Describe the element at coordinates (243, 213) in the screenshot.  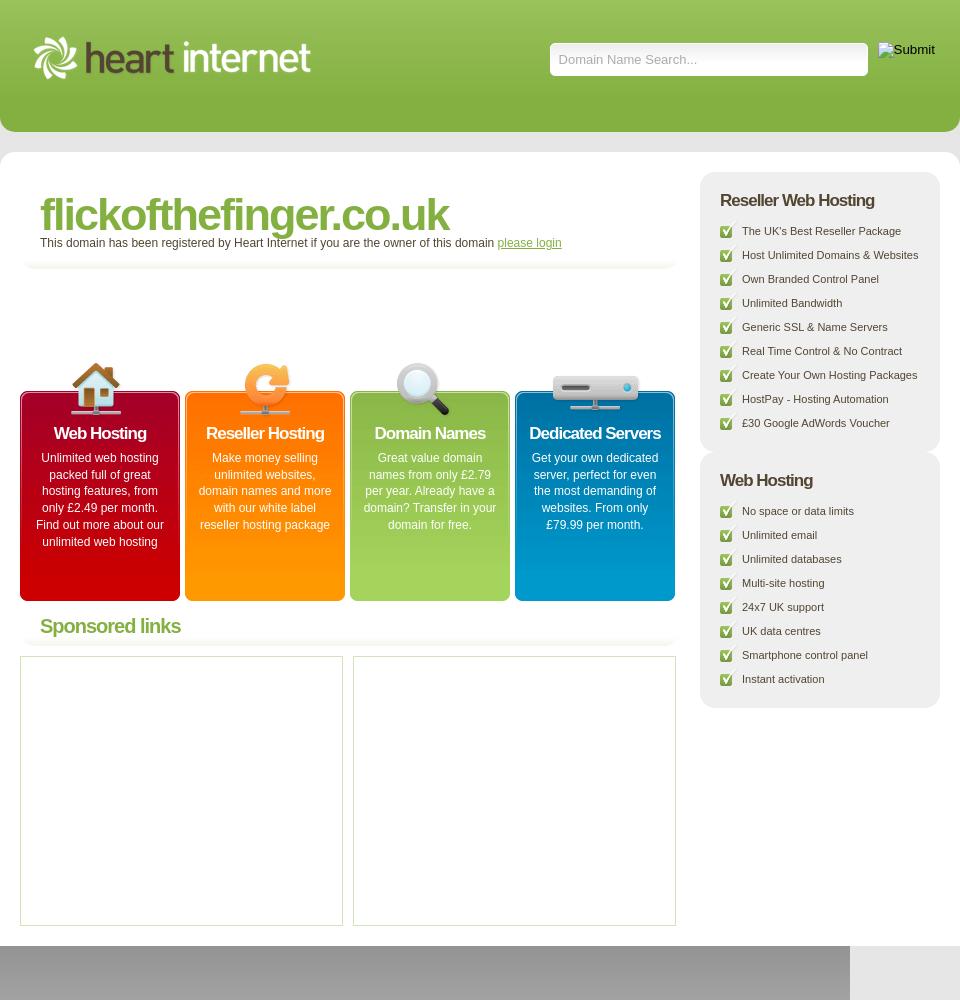
I see `'flickofthefinger.co.uk'` at that location.